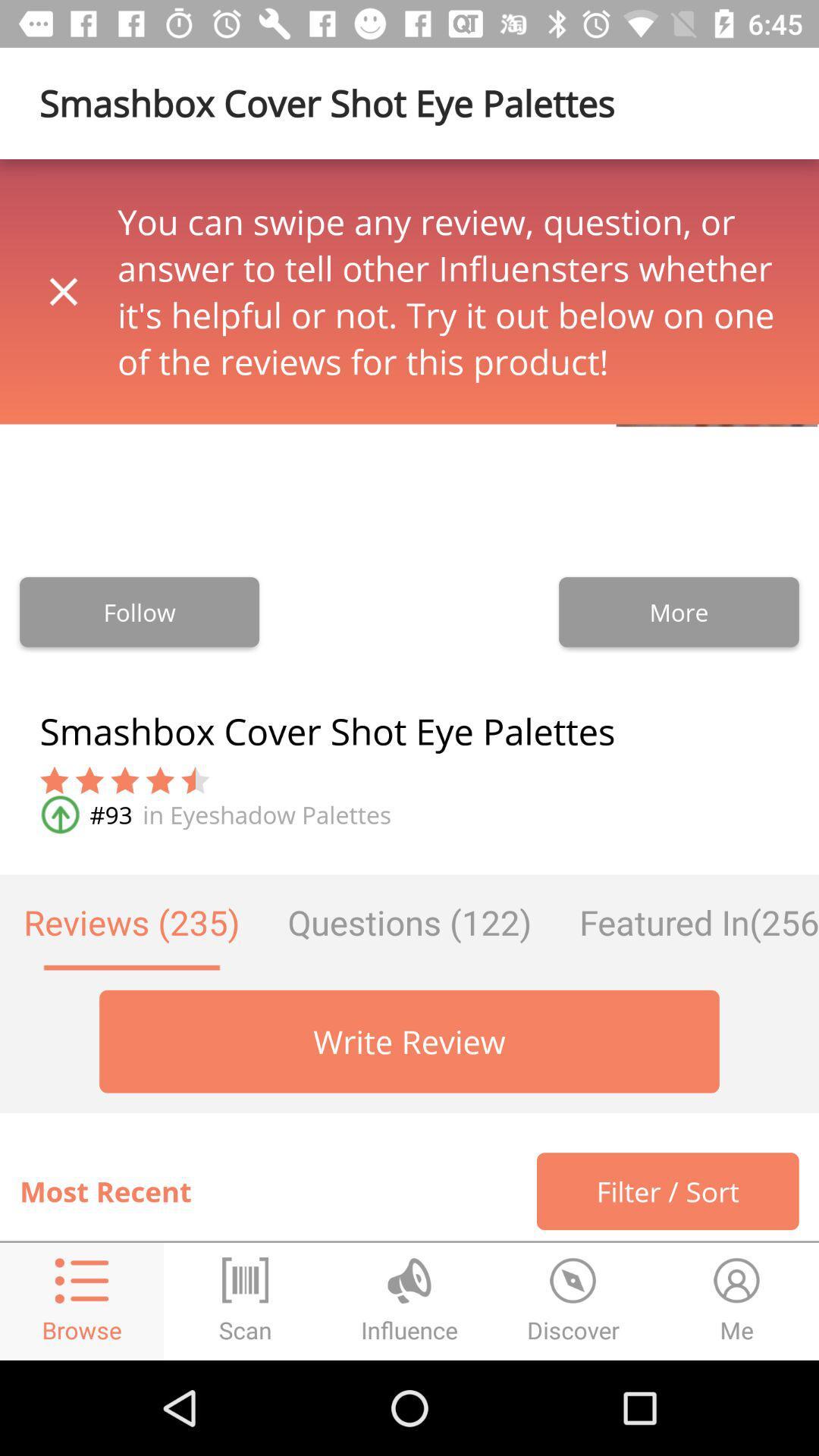 The height and width of the screenshot is (1456, 819). I want to click on the globe icon, so click(409, 1301).